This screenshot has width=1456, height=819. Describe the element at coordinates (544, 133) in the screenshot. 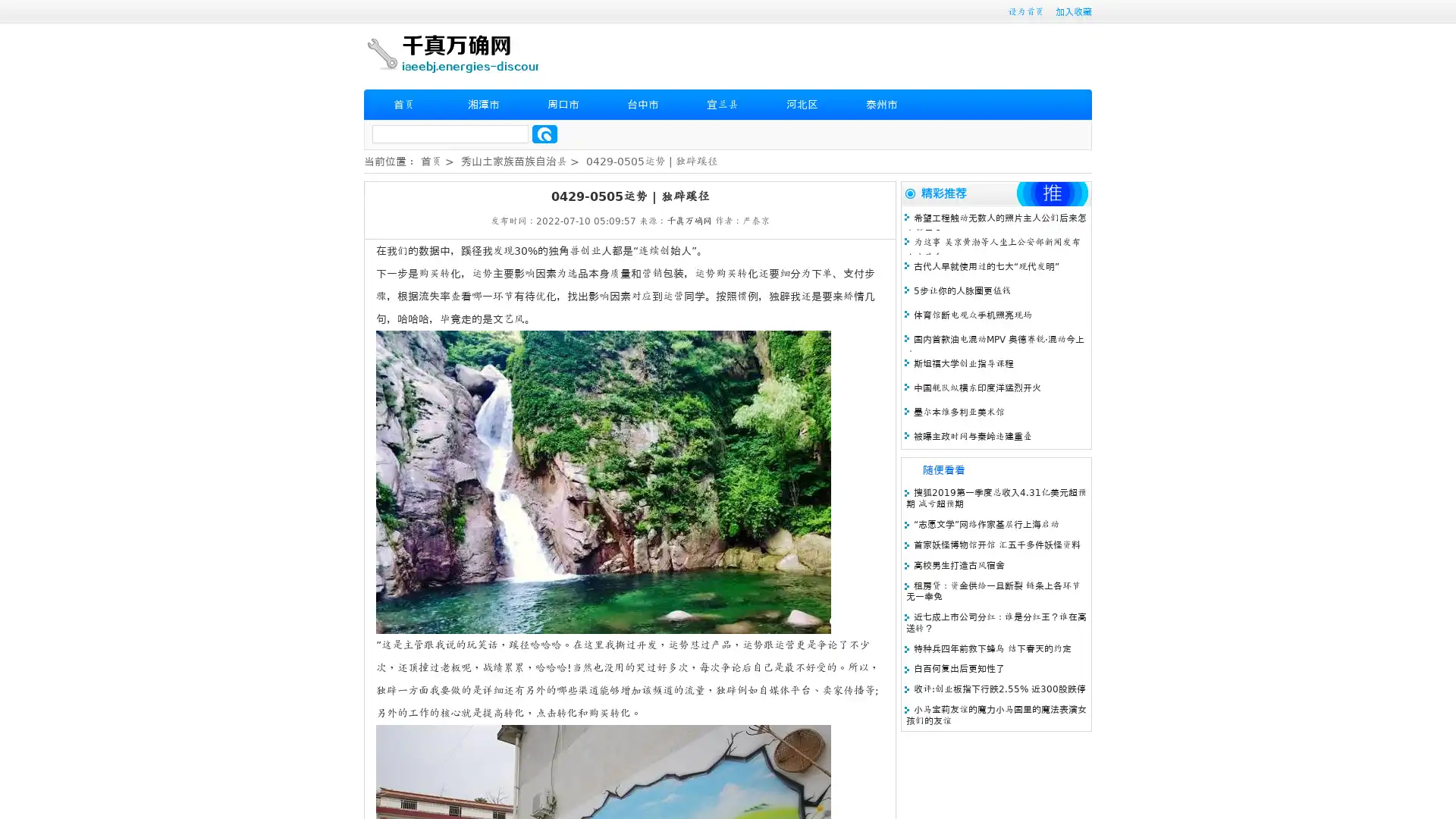

I see `Search` at that location.